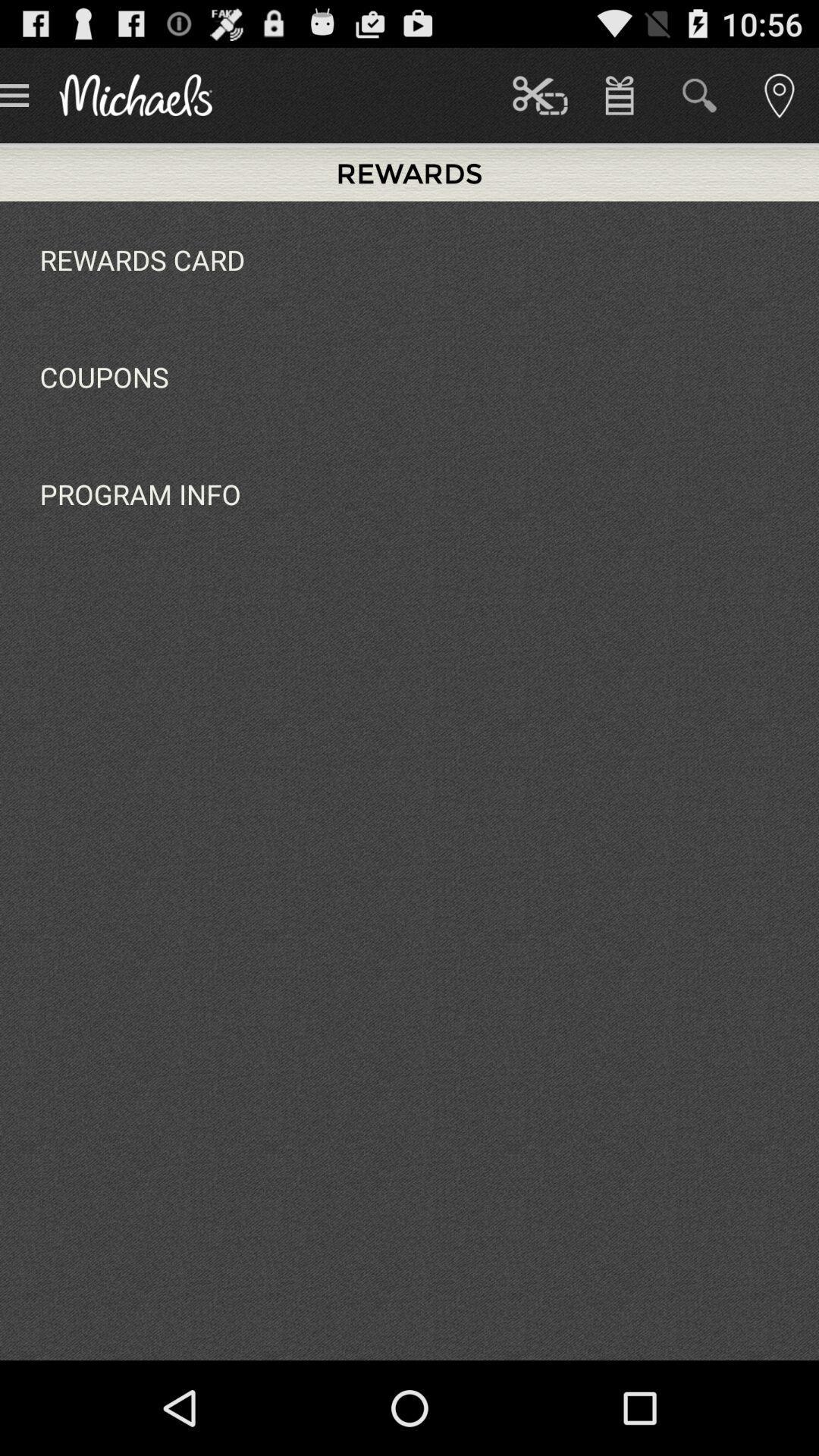 The width and height of the screenshot is (819, 1456). Describe the element at coordinates (140, 494) in the screenshot. I see `the item below the coupons icon` at that location.